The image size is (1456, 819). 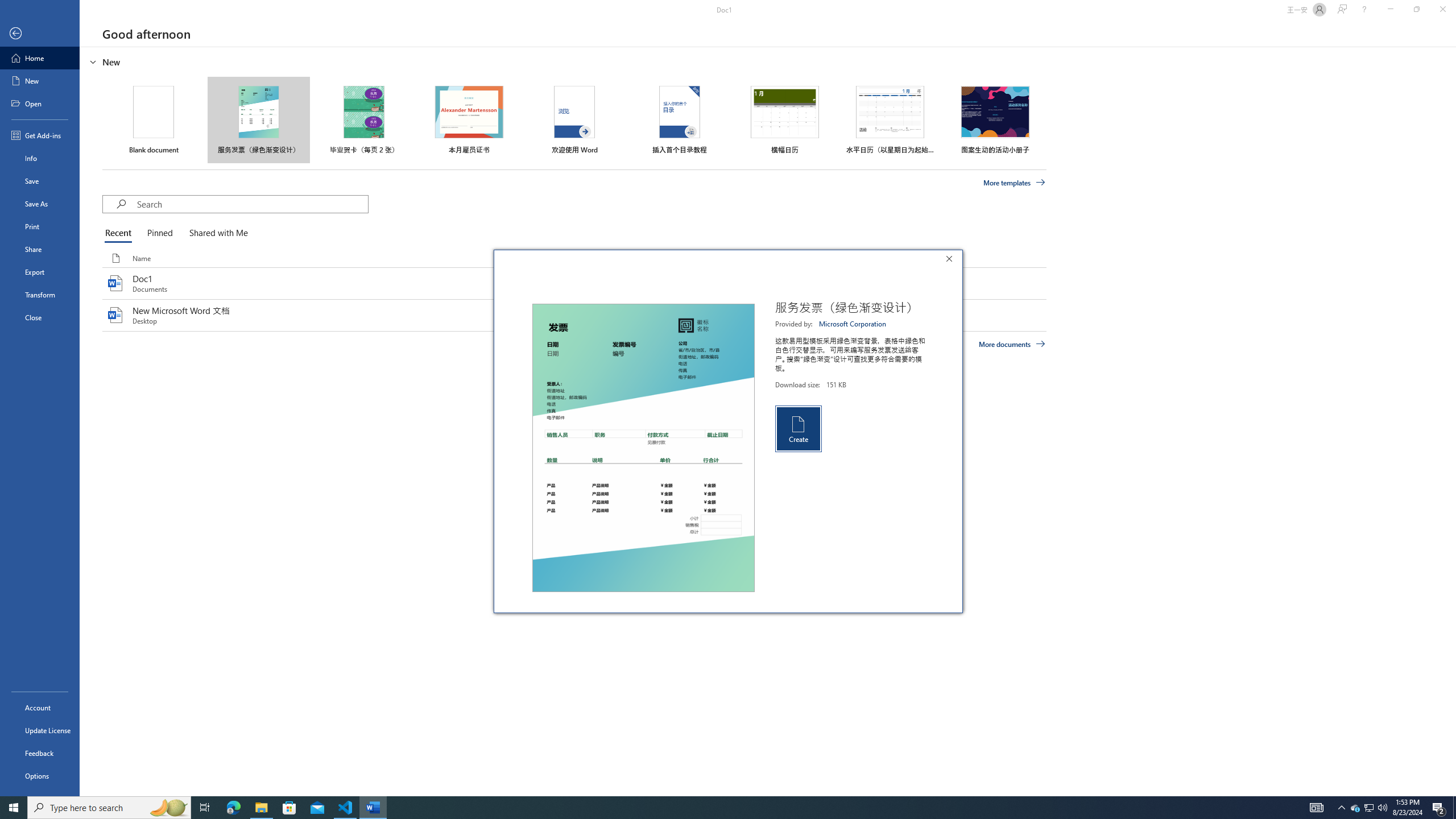 What do you see at coordinates (853, 323) in the screenshot?
I see `'Microsoft Corporation'` at bounding box center [853, 323].